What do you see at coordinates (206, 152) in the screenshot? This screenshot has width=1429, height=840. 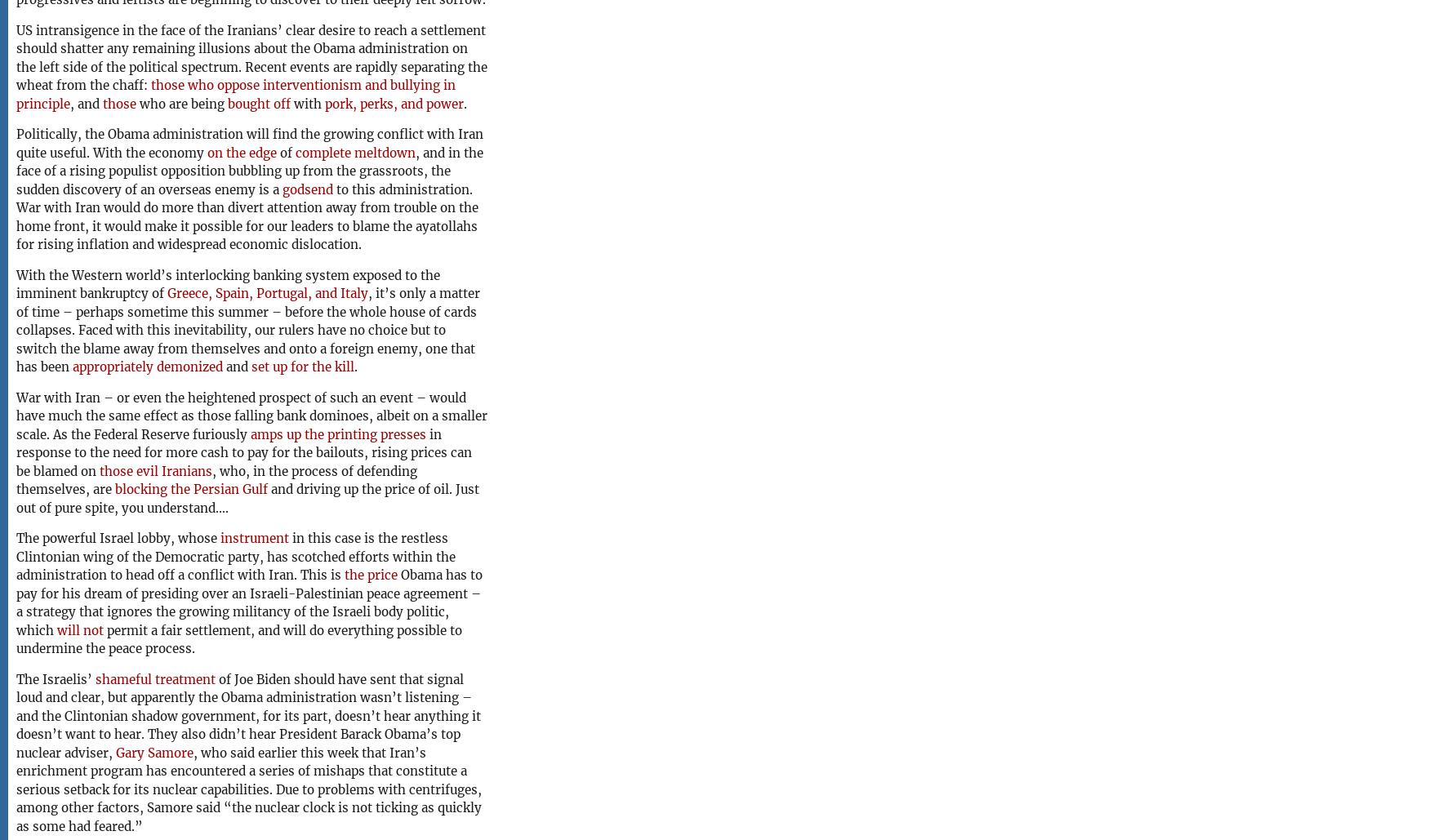 I see `'on the edge'` at bounding box center [206, 152].